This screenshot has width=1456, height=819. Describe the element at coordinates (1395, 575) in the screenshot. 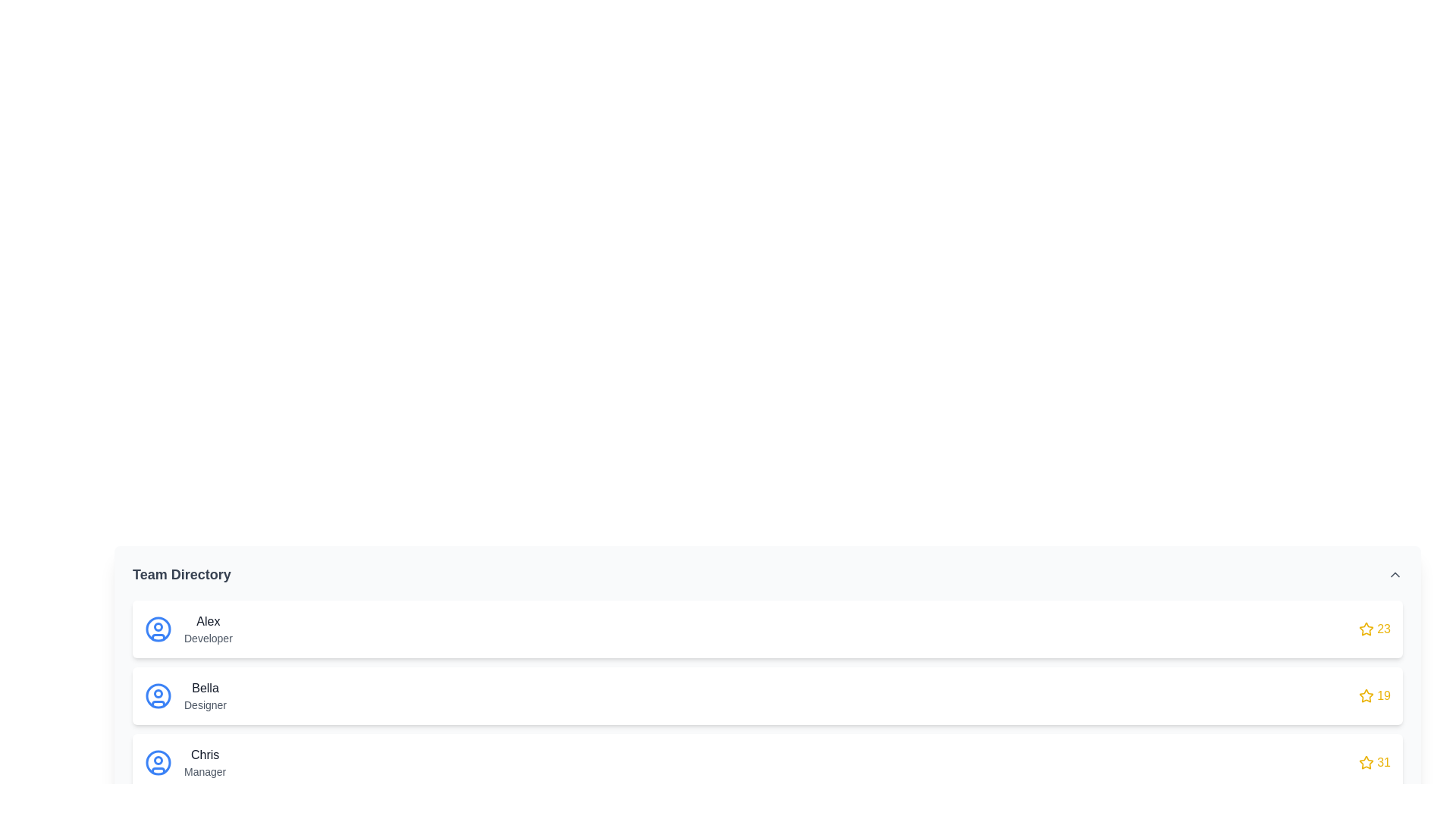

I see `the upward-pointing chevron arrow button located to the far right of the 'Team Directory' header` at that location.